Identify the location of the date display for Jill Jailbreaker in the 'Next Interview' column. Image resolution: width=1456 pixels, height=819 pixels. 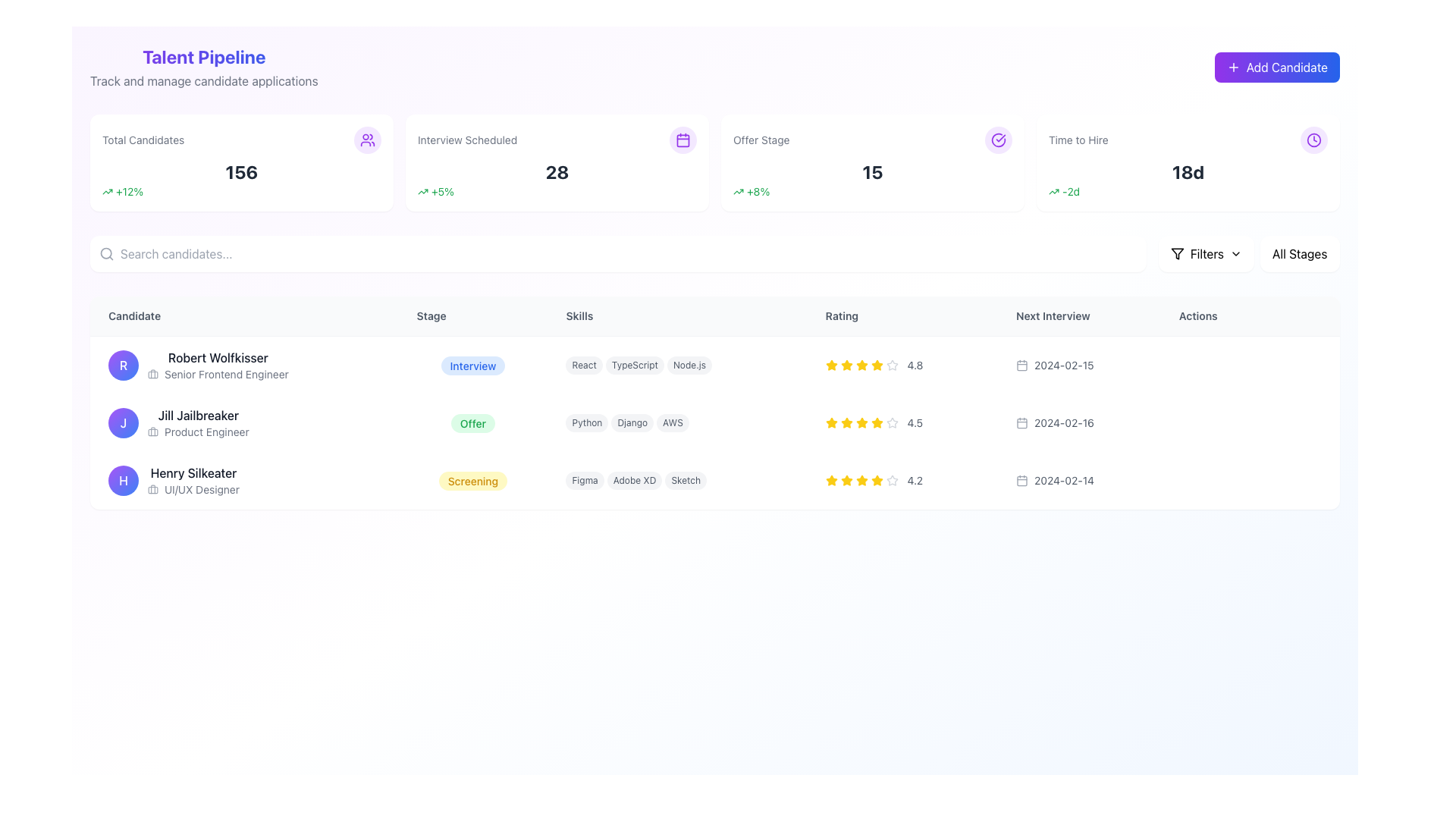
(1078, 423).